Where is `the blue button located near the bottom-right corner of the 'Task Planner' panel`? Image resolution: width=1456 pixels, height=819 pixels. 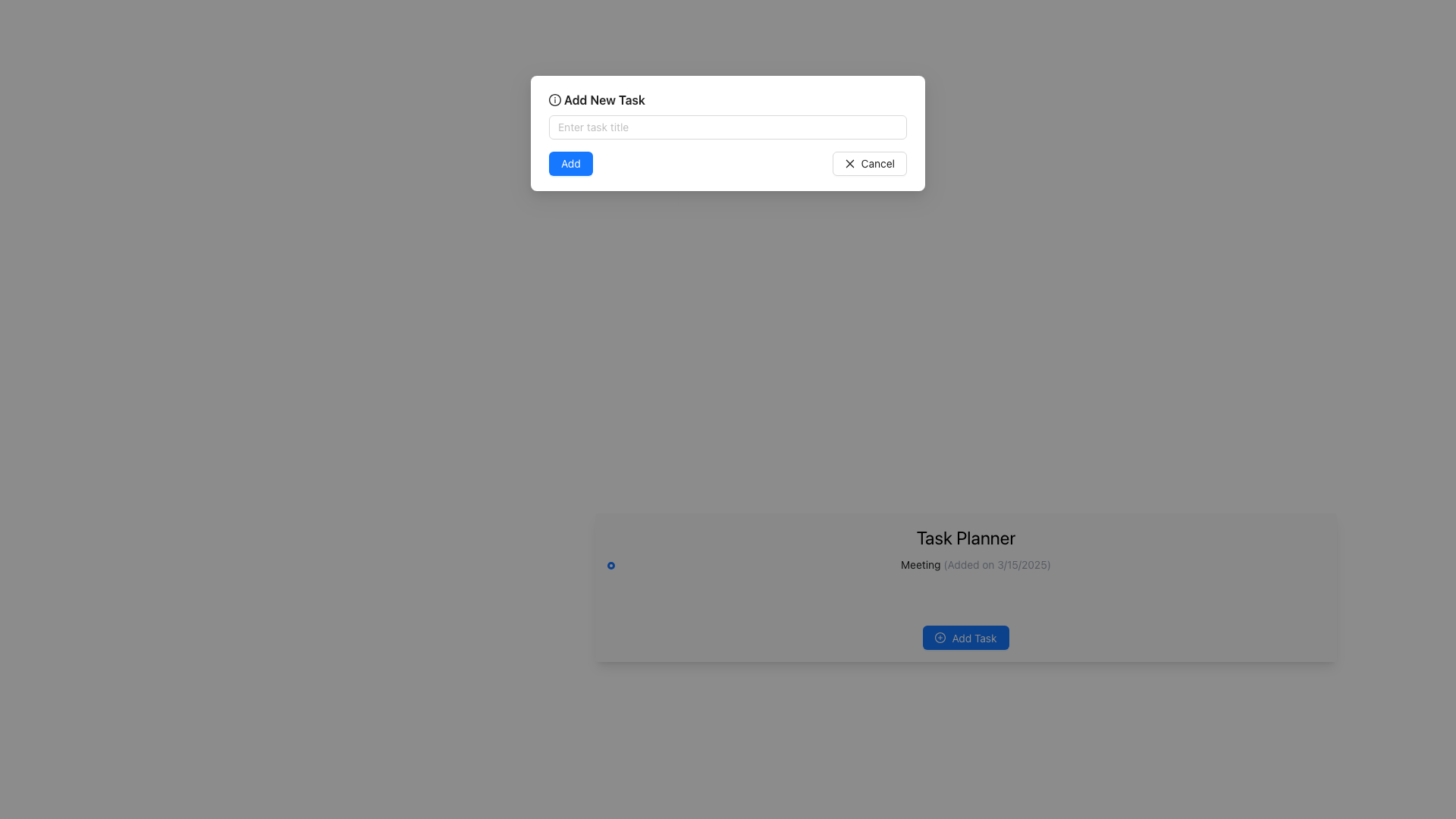
the blue button located near the bottom-right corner of the 'Task Planner' panel is located at coordinates (965, 637).